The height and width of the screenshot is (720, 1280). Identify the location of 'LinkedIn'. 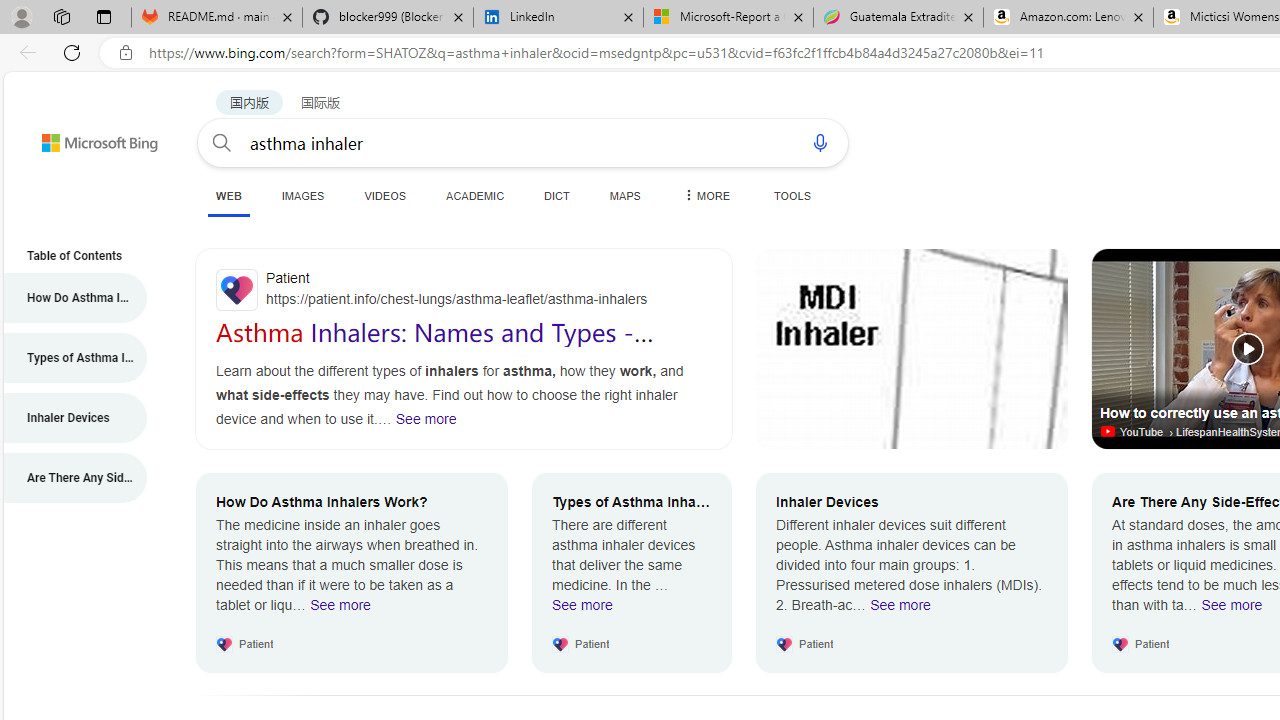
(558, 17).